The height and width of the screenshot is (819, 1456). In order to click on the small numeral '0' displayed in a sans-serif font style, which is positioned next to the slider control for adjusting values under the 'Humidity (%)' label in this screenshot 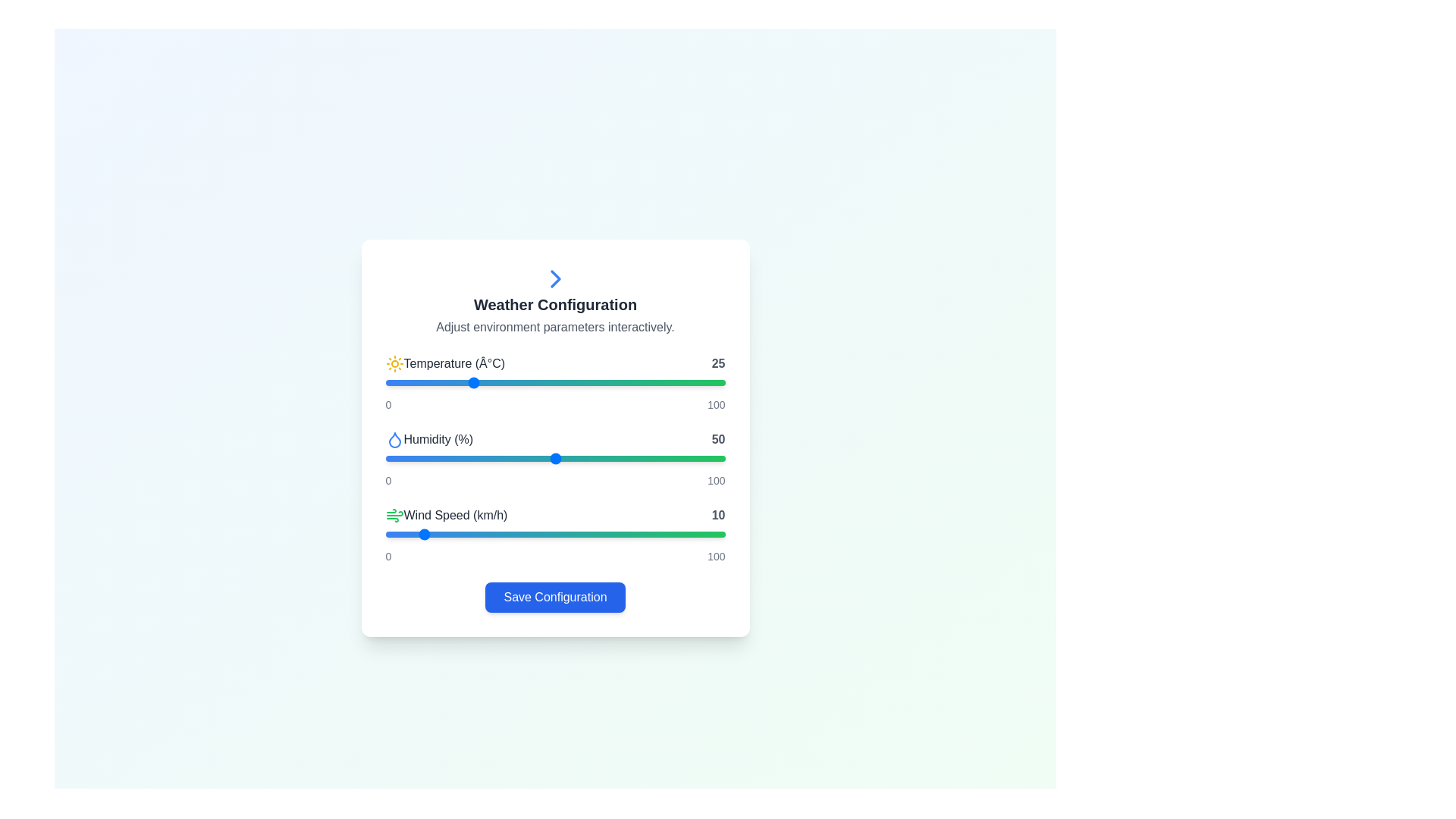, I will do `click(388, 480)`.